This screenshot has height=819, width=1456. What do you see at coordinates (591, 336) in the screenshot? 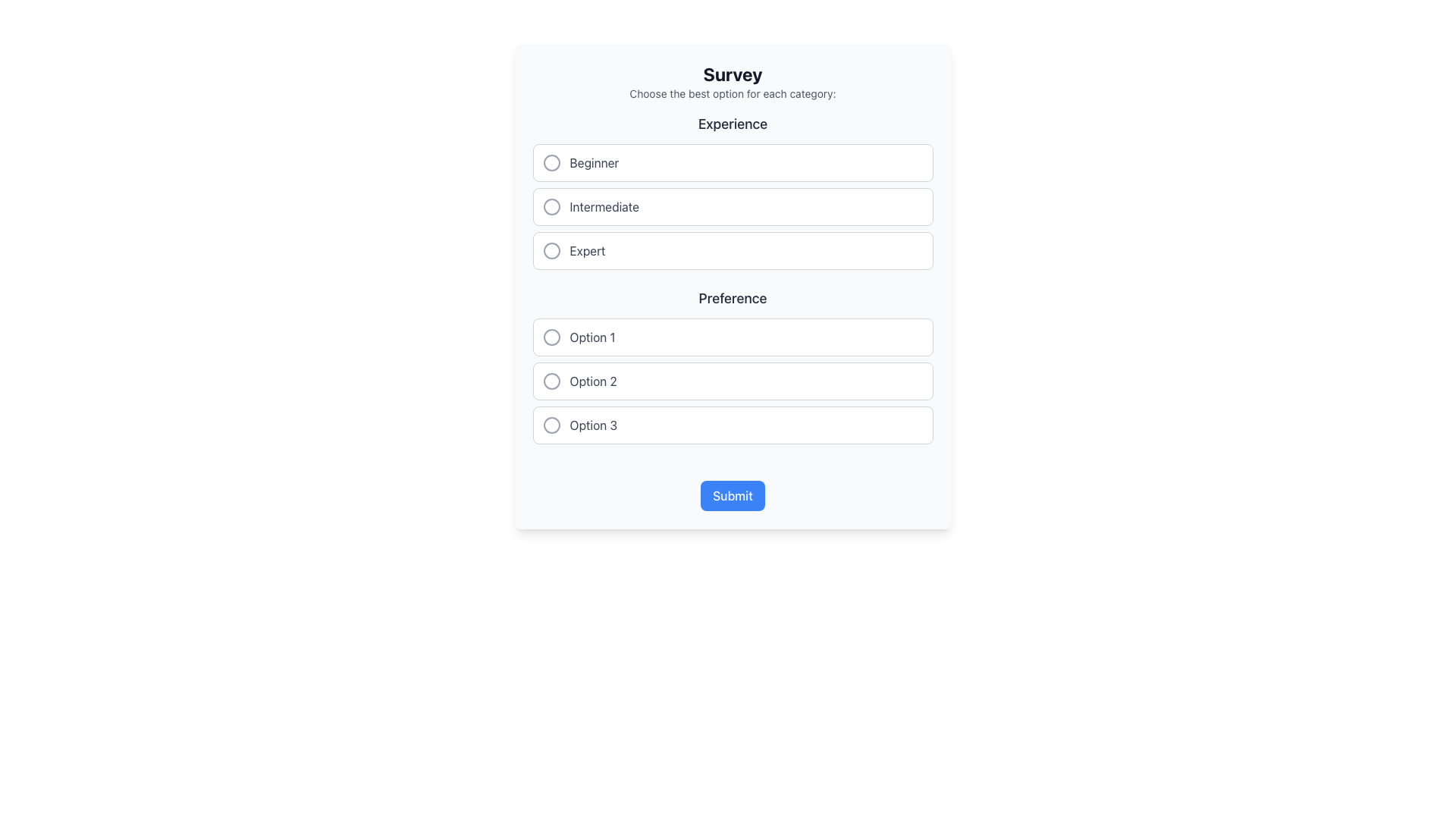
I see `text from the Text Label element displaying 'Option 1' in the 'Preference' section of the form` at bounding box center [591, 336].